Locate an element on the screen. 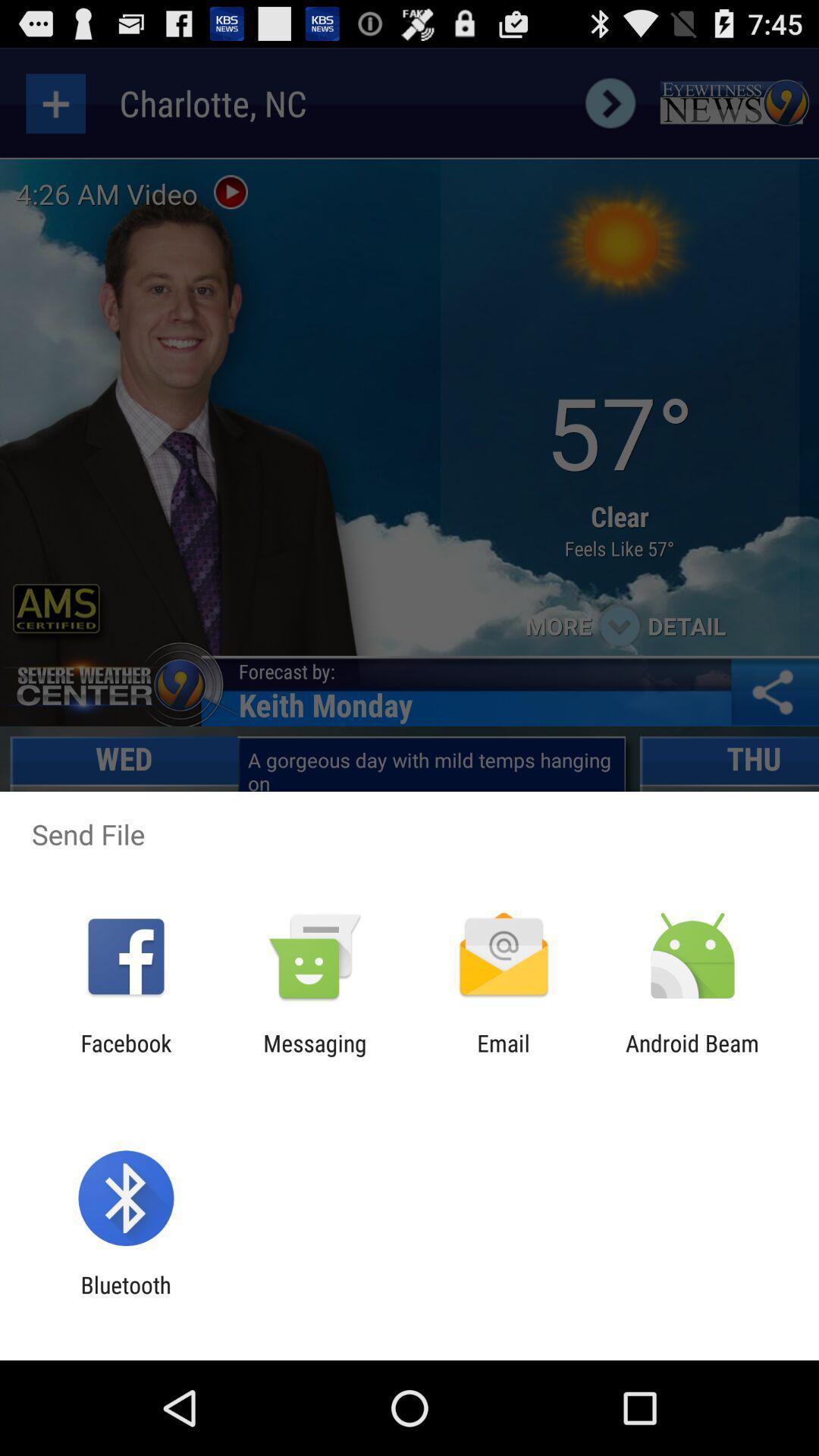  messaging icon is located at coordinates (314, 1056).